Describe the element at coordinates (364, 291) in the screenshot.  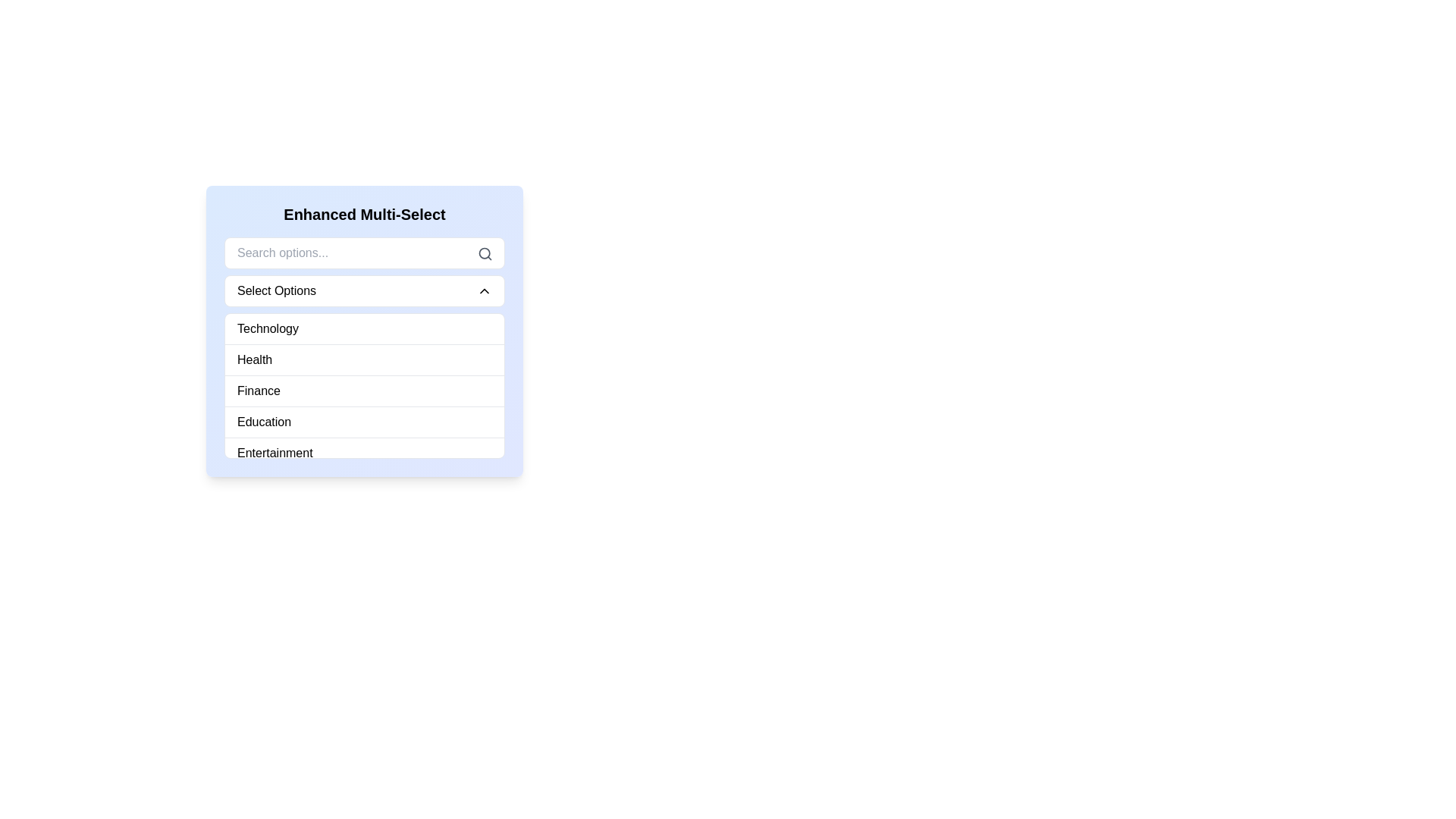
I see `the Dropdown menu toggle button labeled 'Select Options'` at that location.